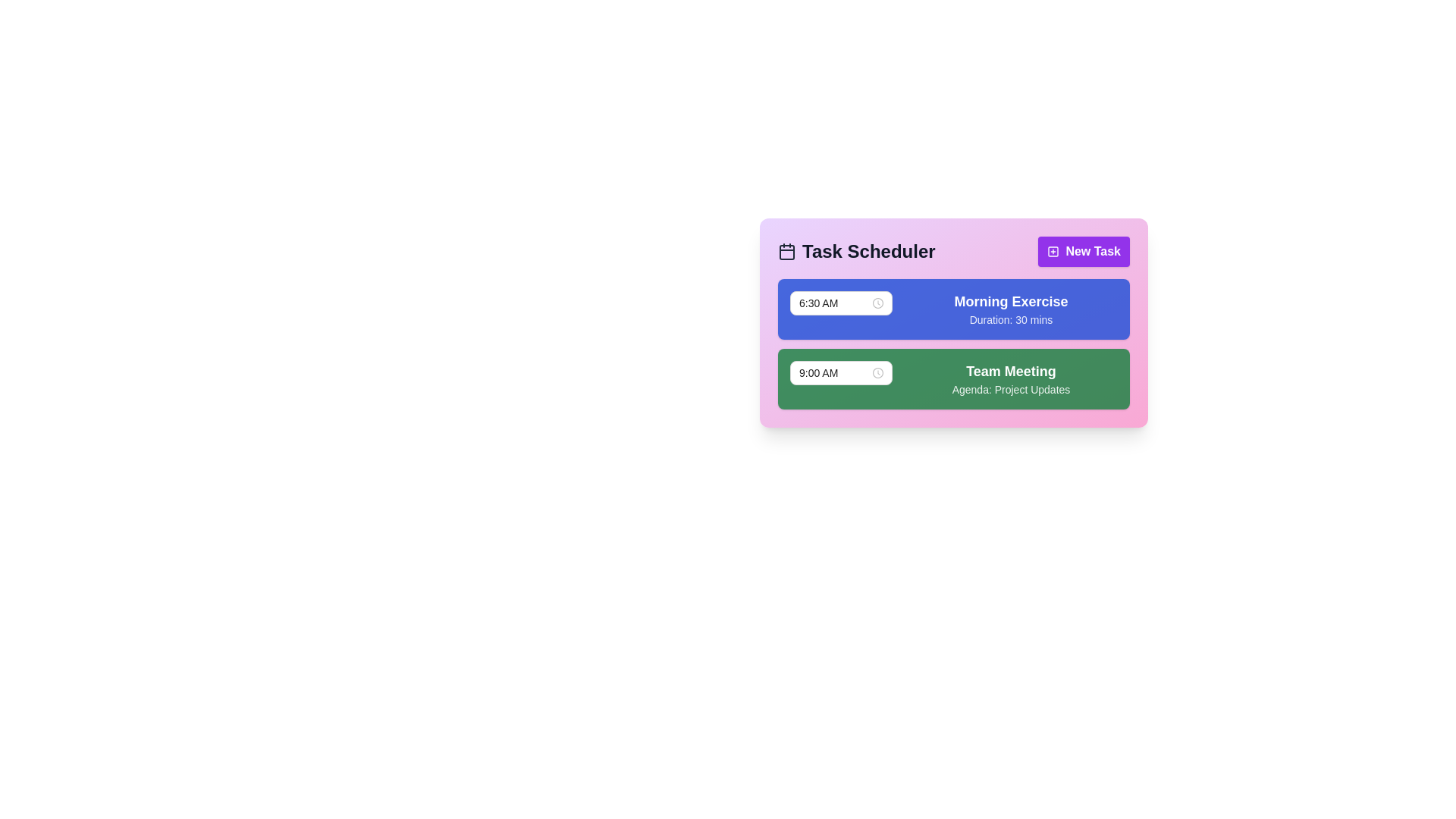  Describe the element at coordinates (1011, 371) in the screenshot. I see `the 'Team Meeting' text label in bold white font on a green background located at the bottom section of the scheduling card for the '9:00 AM' time slot to focus or select the text` at that location.